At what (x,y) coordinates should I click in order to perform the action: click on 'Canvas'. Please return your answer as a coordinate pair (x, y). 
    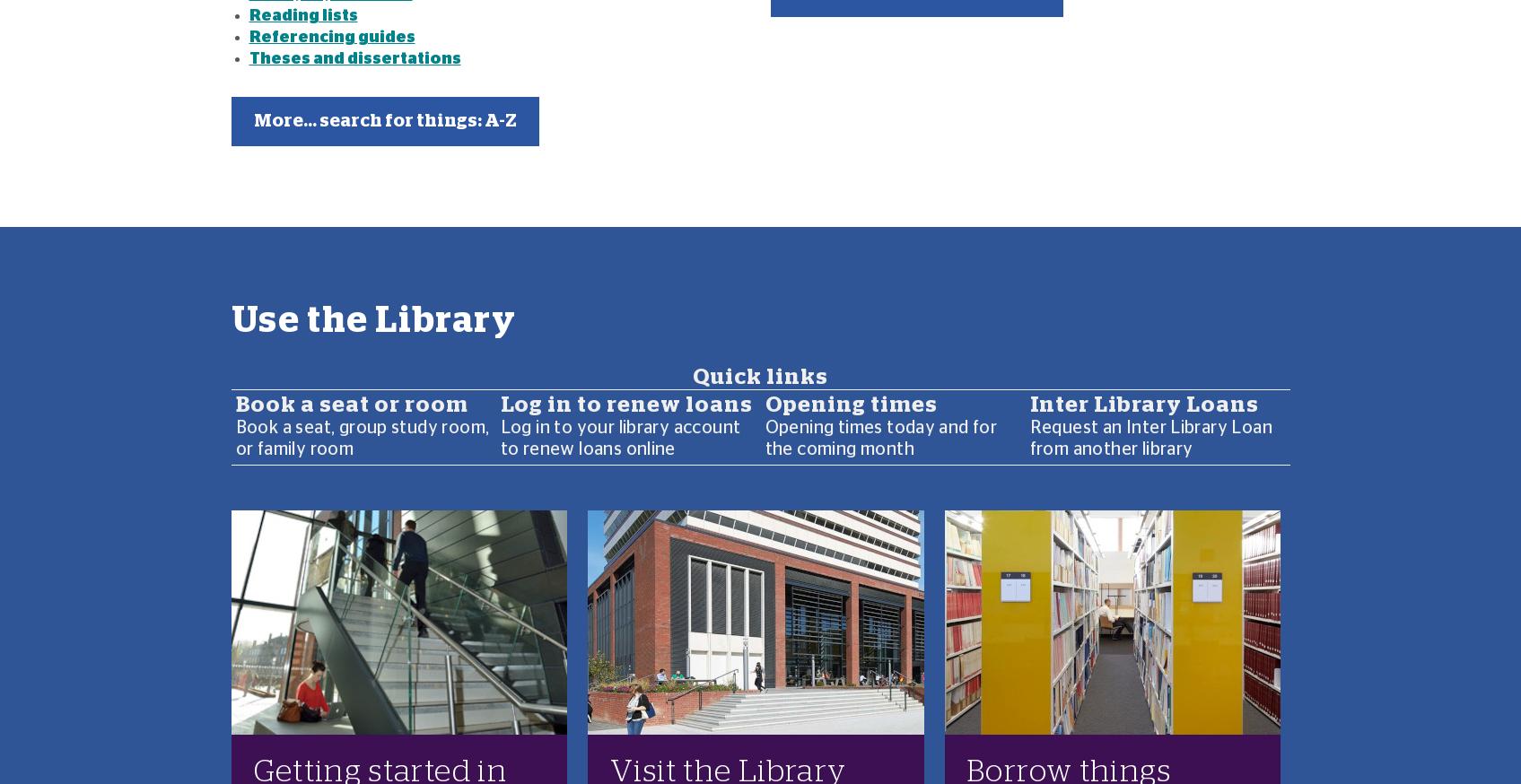
    Looking at the image, I should click on (249, 611).